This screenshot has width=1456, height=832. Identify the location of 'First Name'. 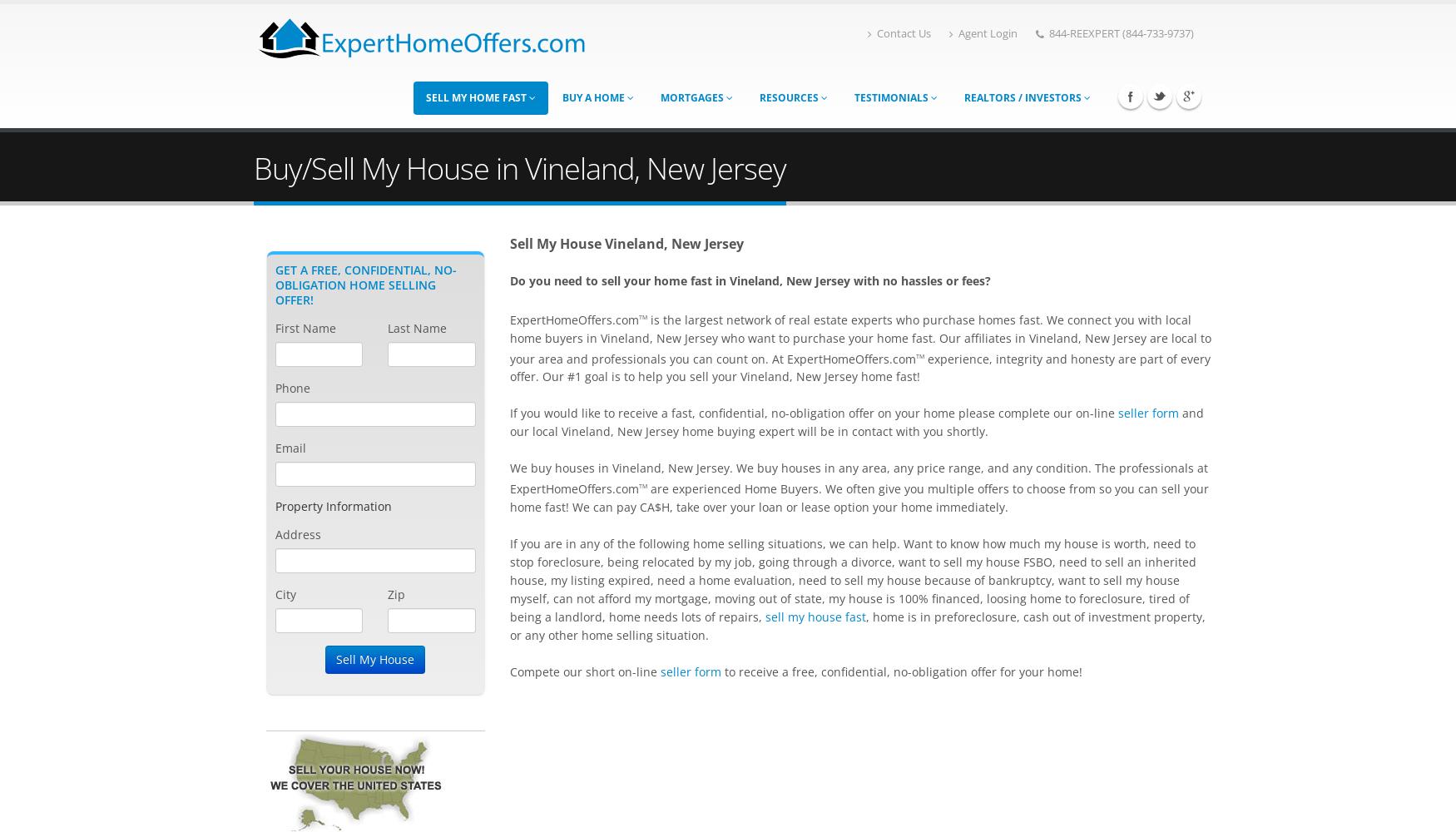
(305, 328).